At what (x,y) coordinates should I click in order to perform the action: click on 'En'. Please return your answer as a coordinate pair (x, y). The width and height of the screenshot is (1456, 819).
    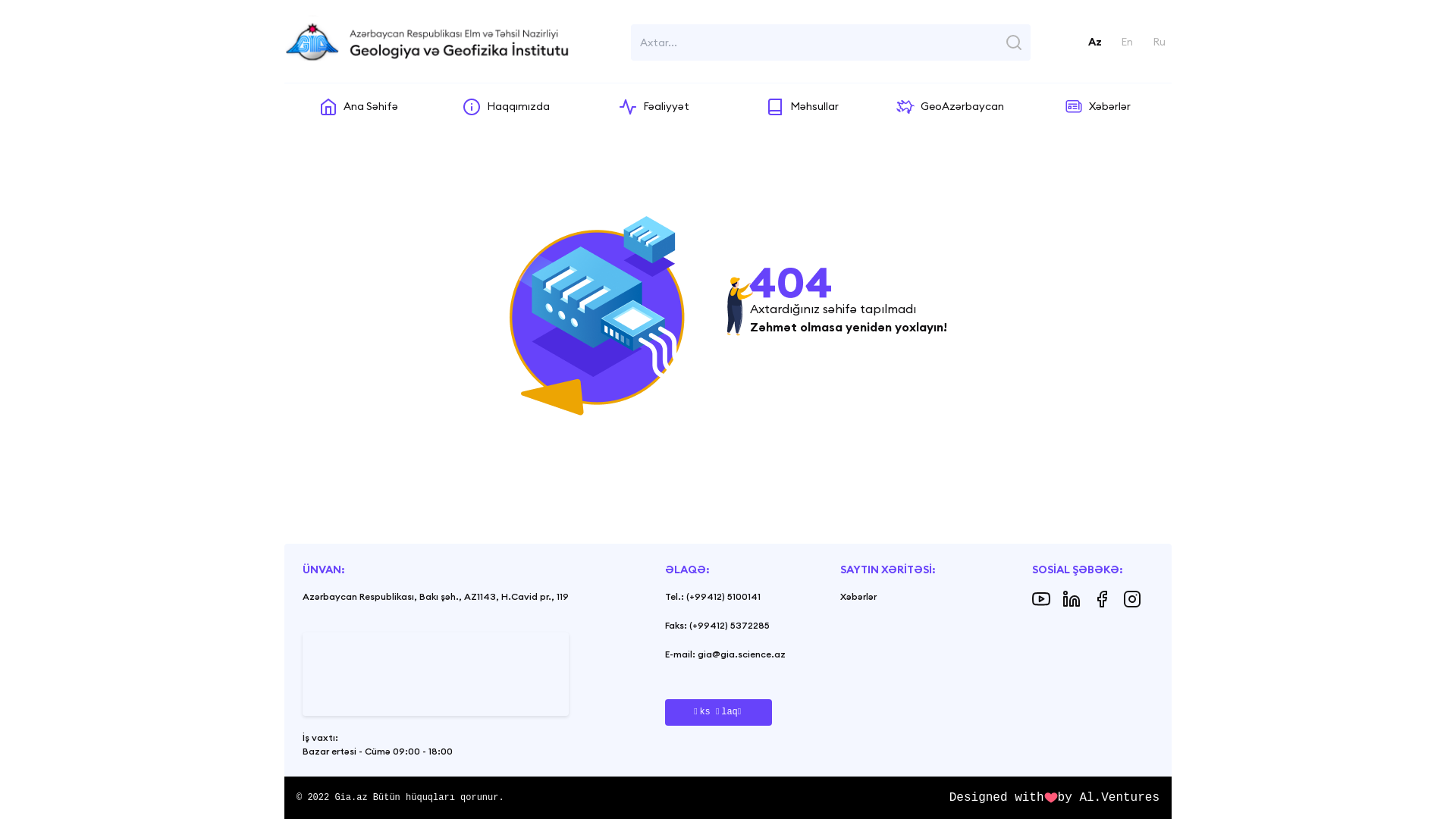
    Looking at the image, I should click on (1127, 41).